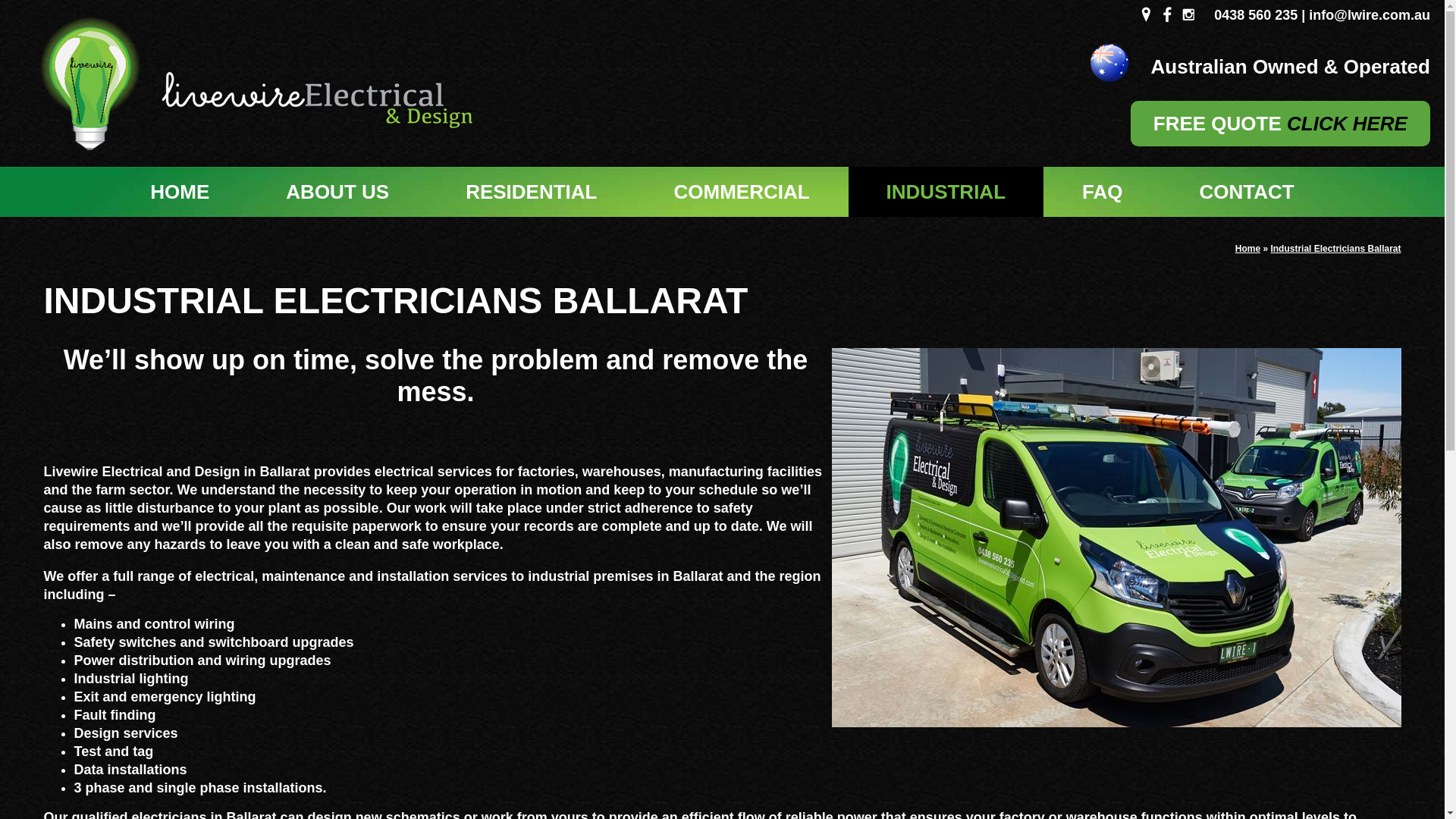  Describe the element at coordinates (1051, 62) in the screenshot. I see `'Australian Owned & Operated'` at that location.